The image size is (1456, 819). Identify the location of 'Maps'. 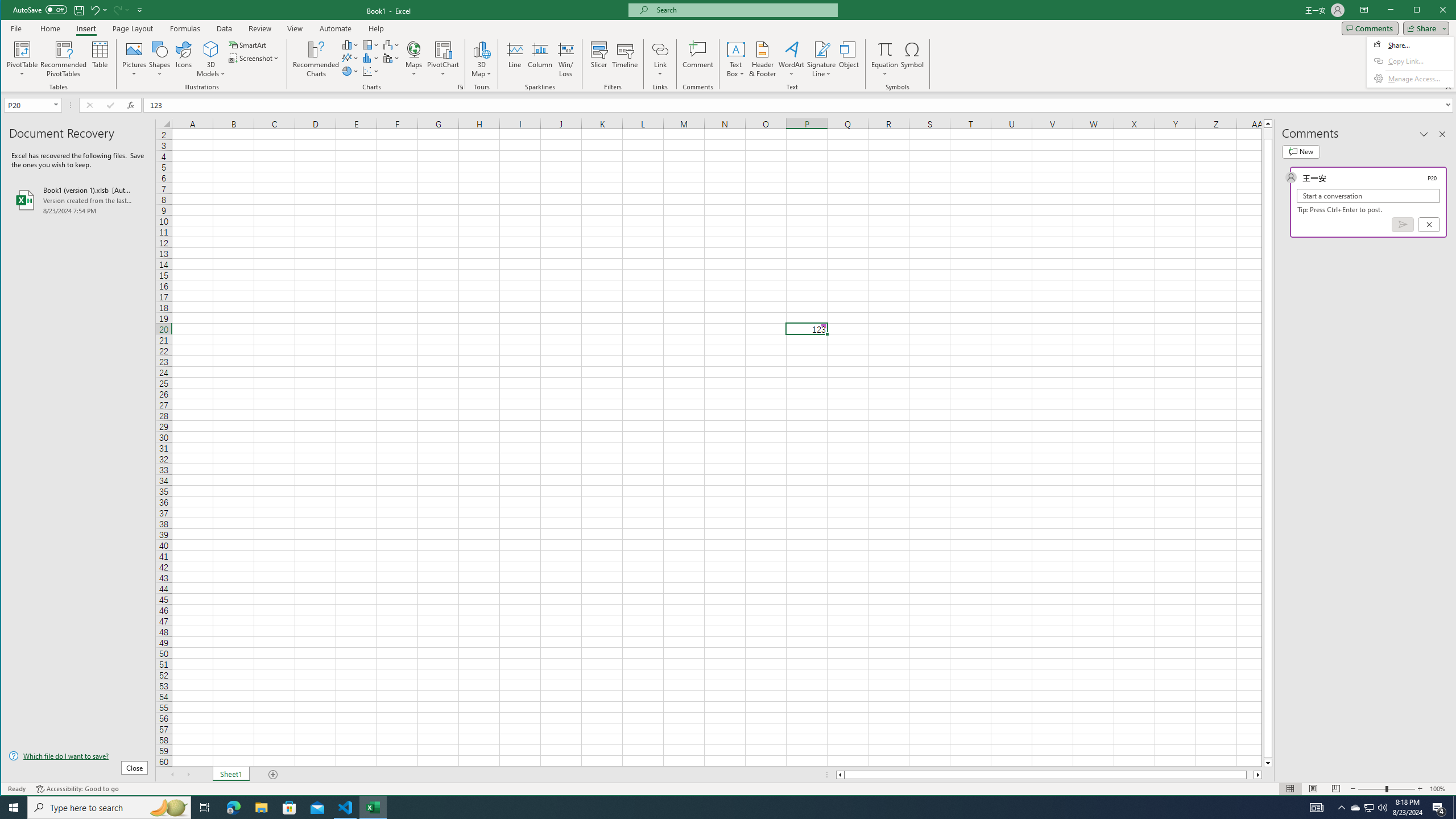
(391, 44).